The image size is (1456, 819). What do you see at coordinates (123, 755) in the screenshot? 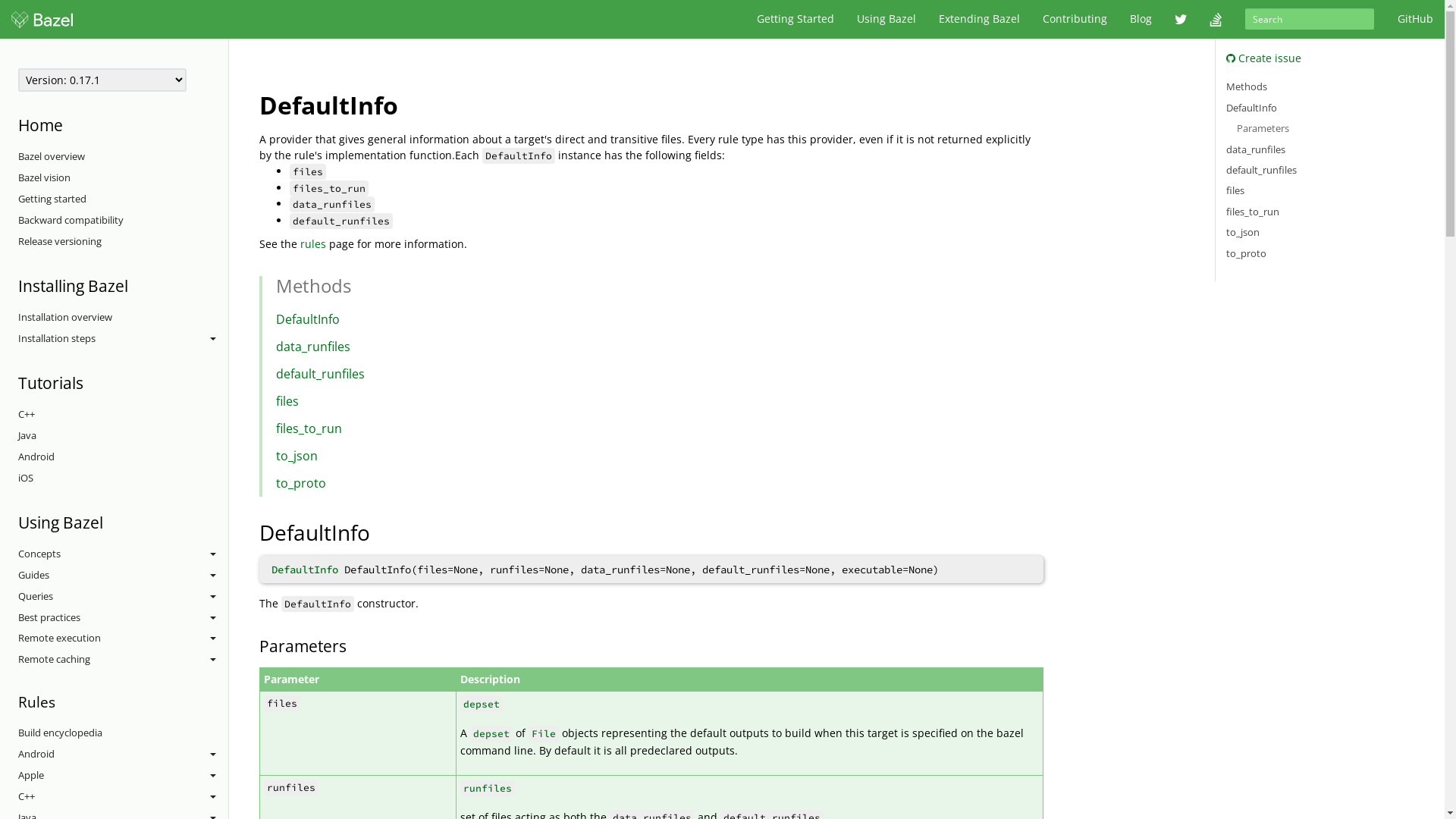
I see `'Android'` at bounding box center [123, 755].